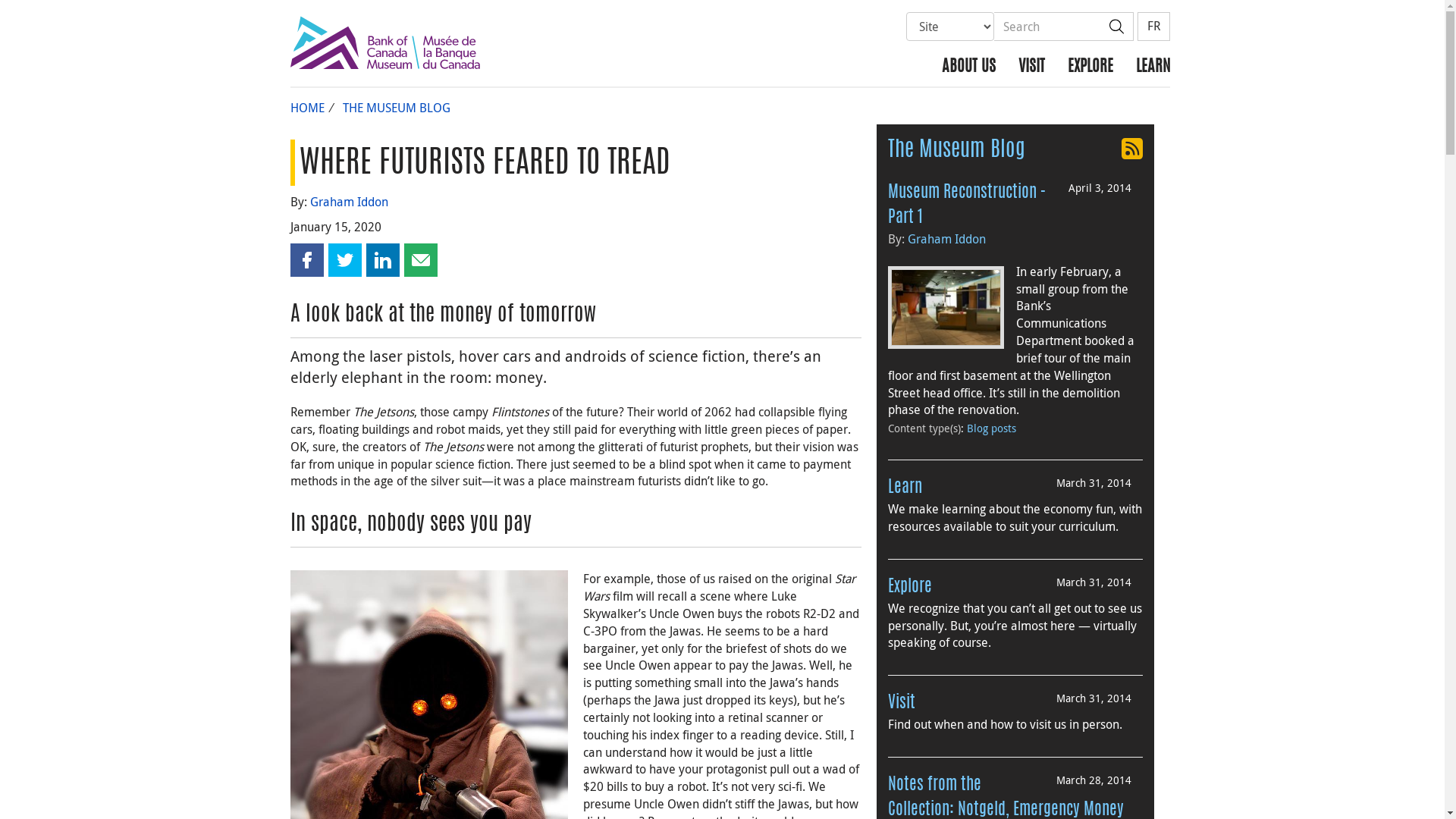  Describe the element at coordinates (967, 64) in the screenshot. I see `'ABOUT US'` at that location.